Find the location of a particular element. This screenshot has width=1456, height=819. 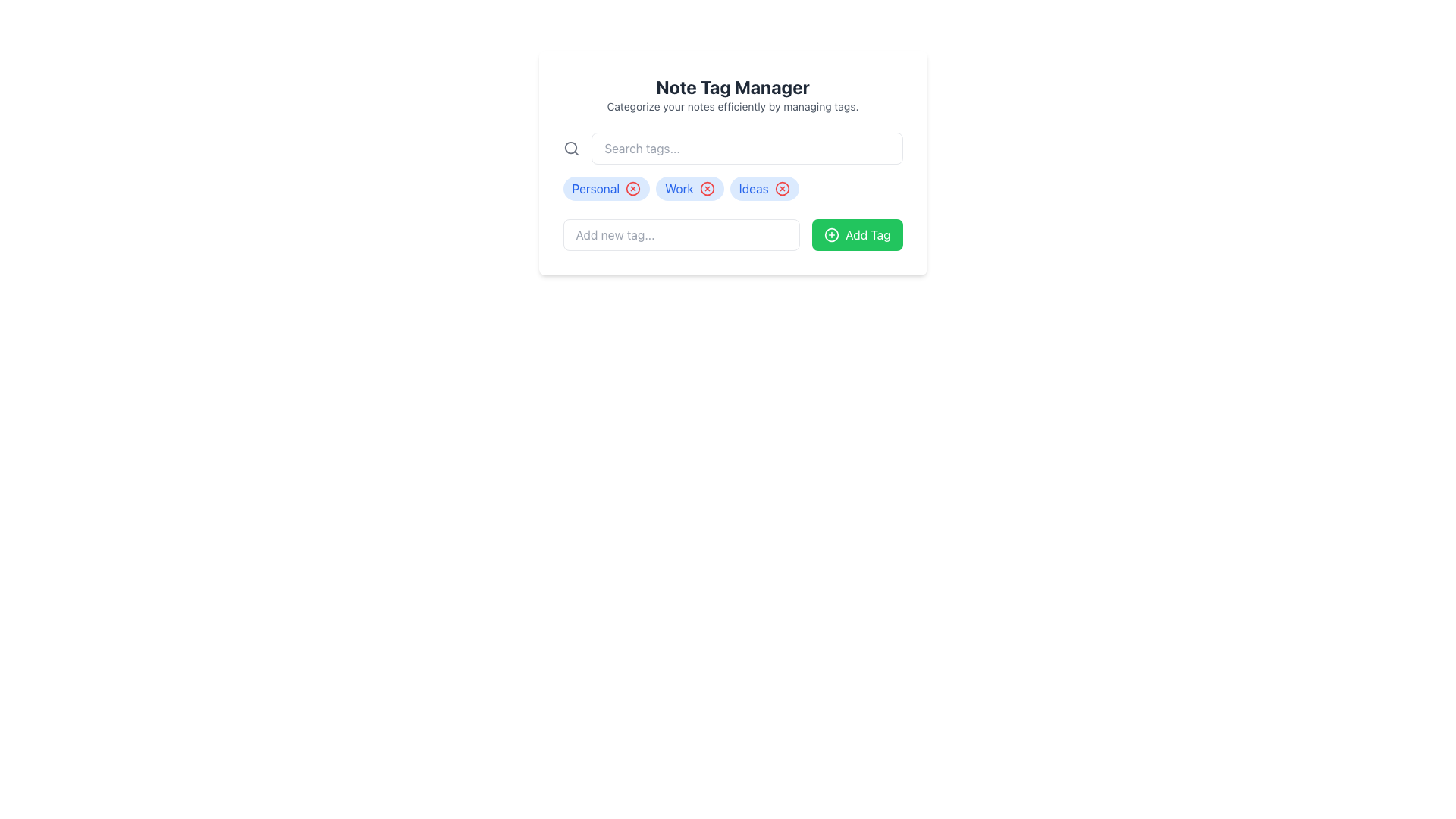

the ornamental SVG element of the 'Remove Tag' icon located to the right of the 'Ideas' text label is located at coordinates (782, 188).